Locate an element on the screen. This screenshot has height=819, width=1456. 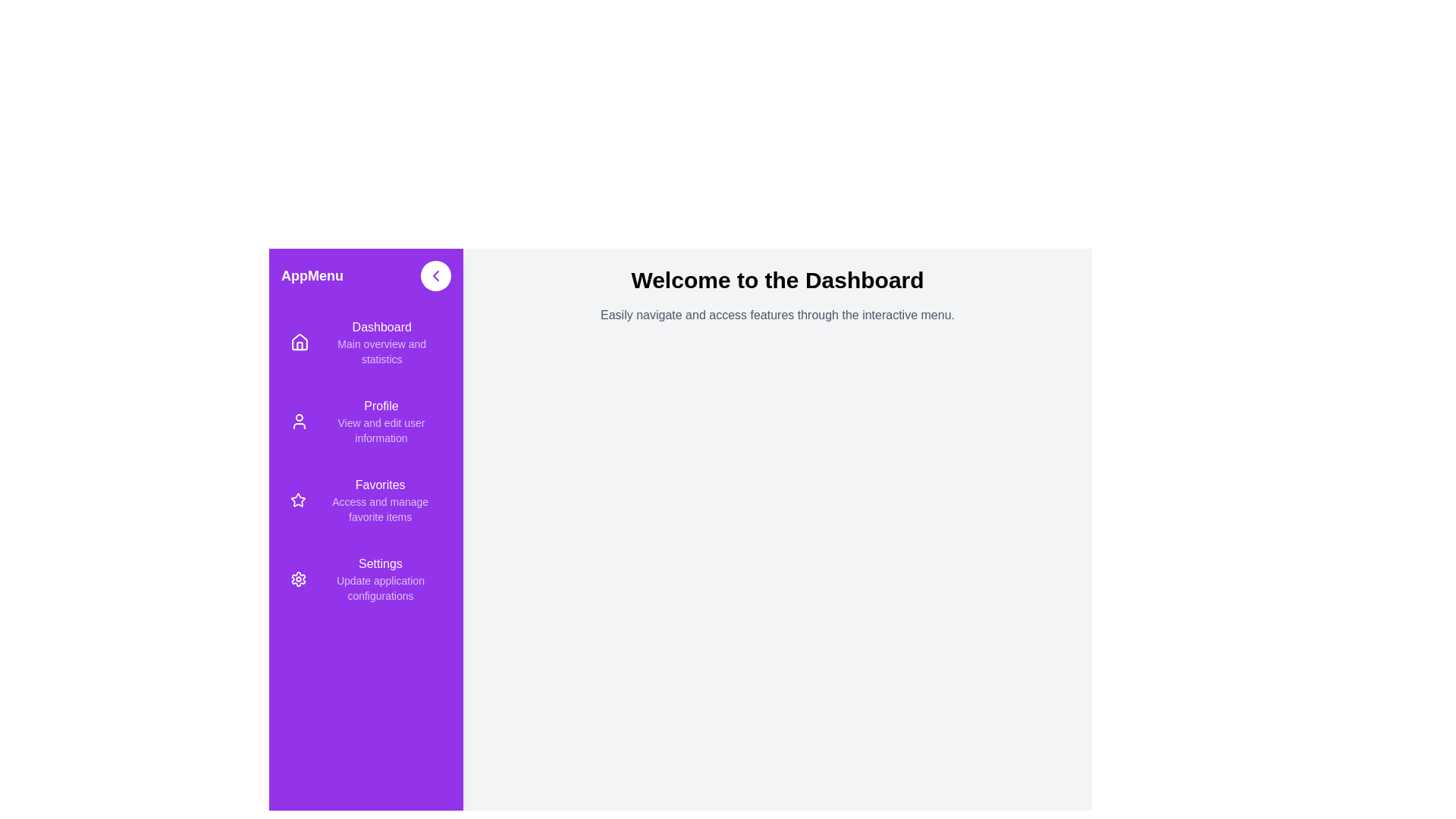
the menu item Profile to highlight it is located at coordinates (366, 421).